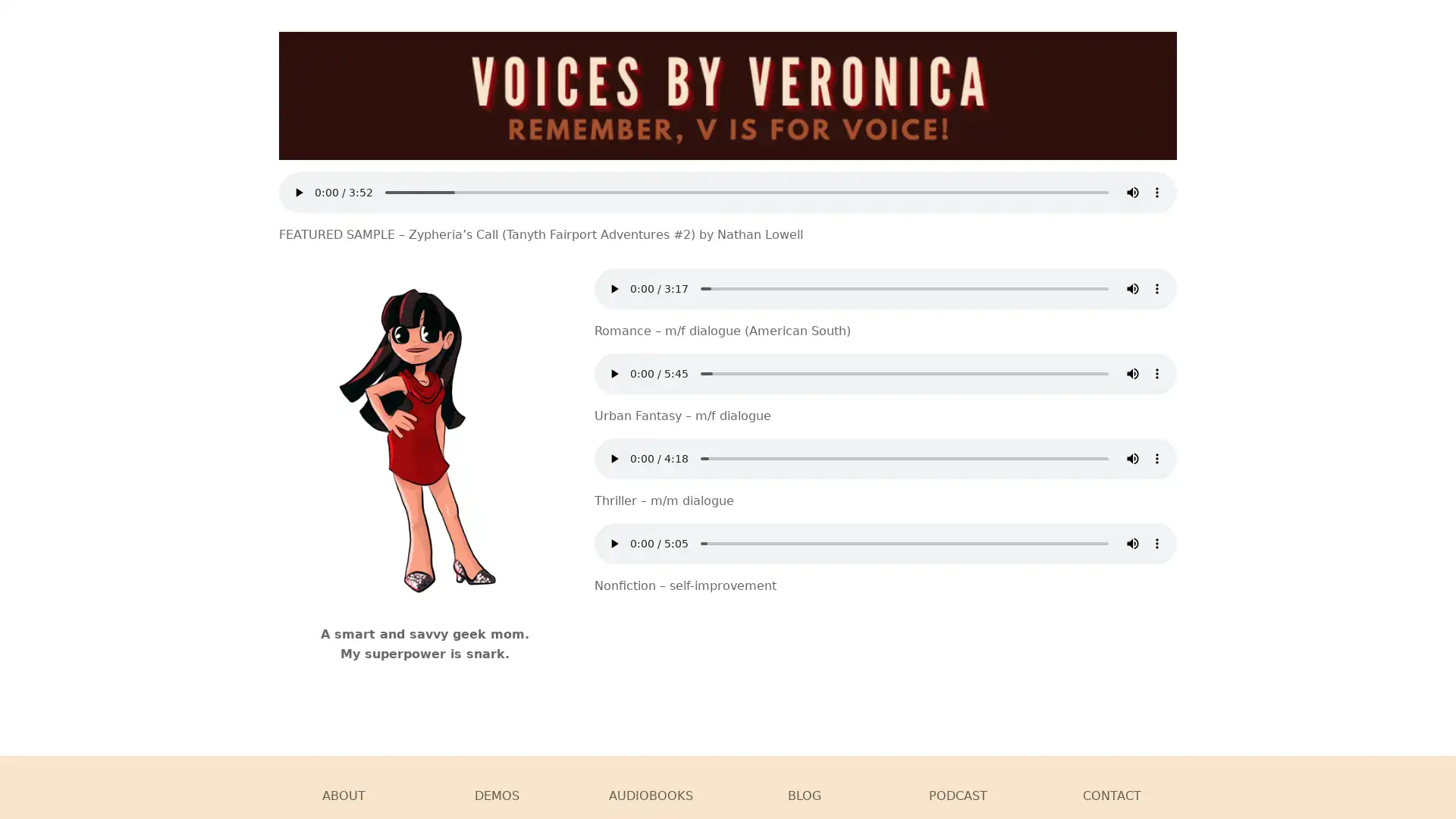  I want to click on mute, so click(1132, 374).